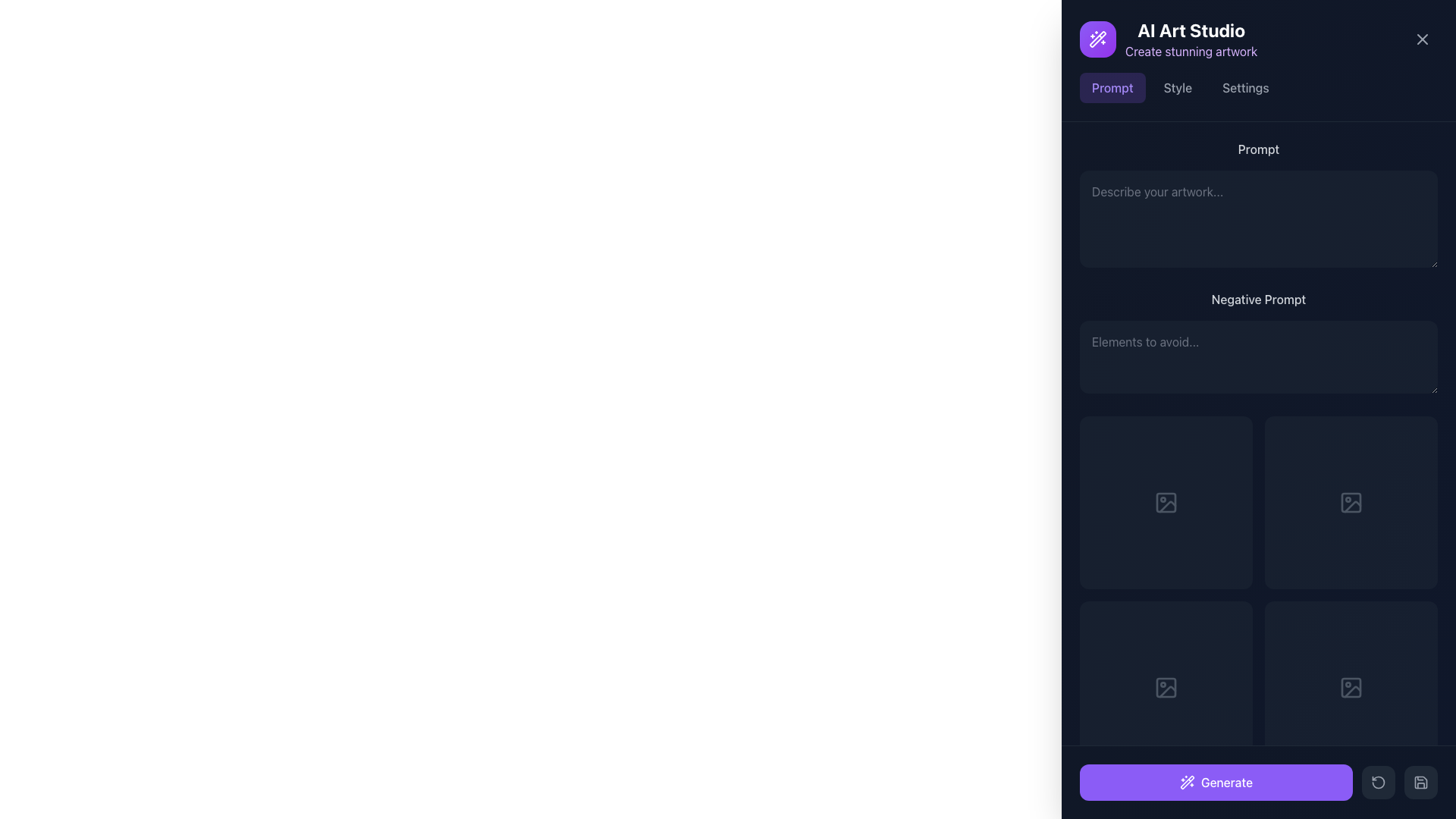 This screenshot has height=819, width=1456. What do you see at coordinates (1422, 38) in the screenshot?
I see `the 'X' icon located at the top-right corner of the 'AI Art Studio' interface` at bounding box center [1422, 38].